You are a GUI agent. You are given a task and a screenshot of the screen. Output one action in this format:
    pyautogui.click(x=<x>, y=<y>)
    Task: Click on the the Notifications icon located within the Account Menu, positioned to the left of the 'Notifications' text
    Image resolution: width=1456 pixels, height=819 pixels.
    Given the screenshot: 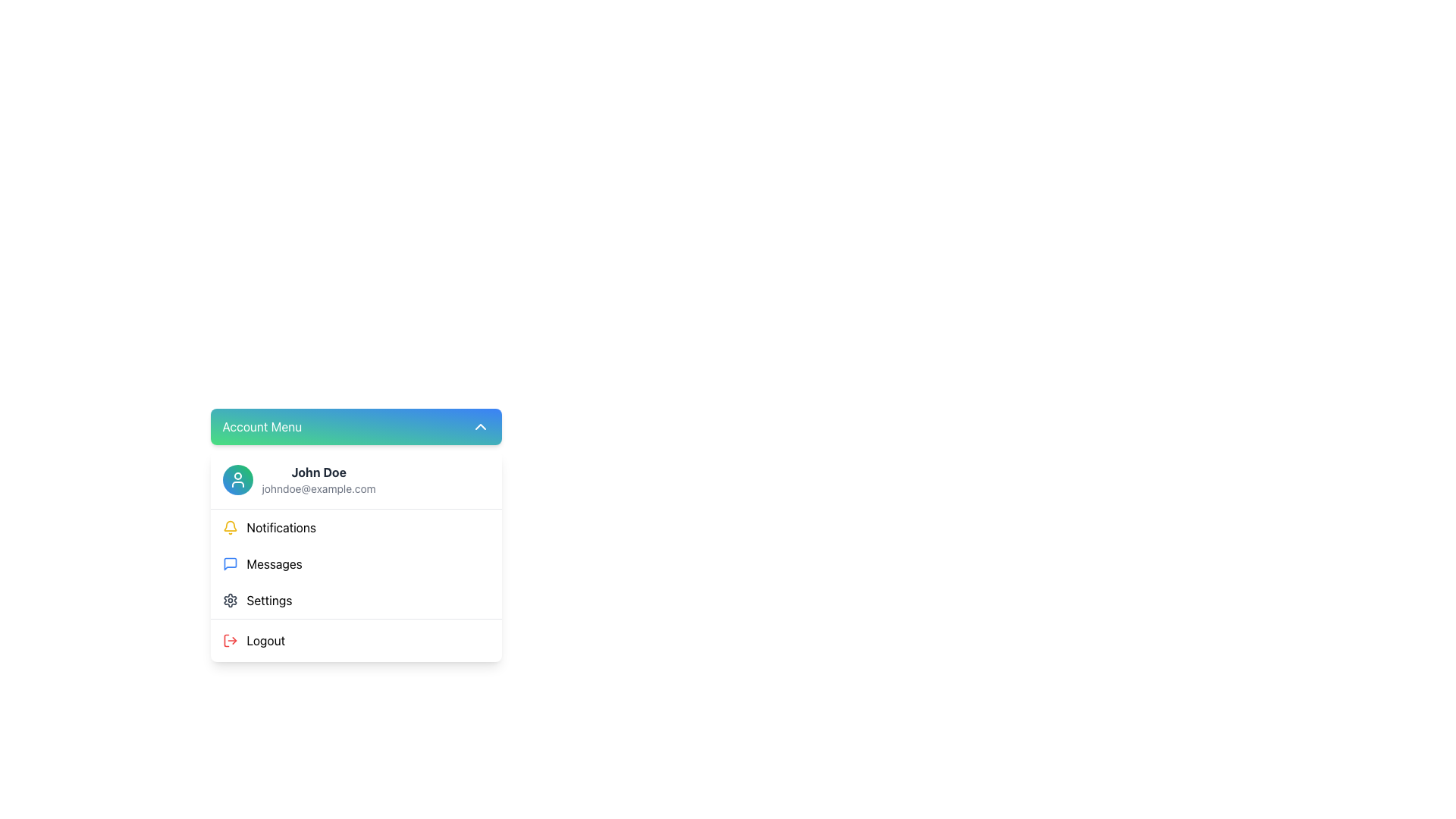 What is the action you would take?
    pyautogui.click(x=229, y=526)
    